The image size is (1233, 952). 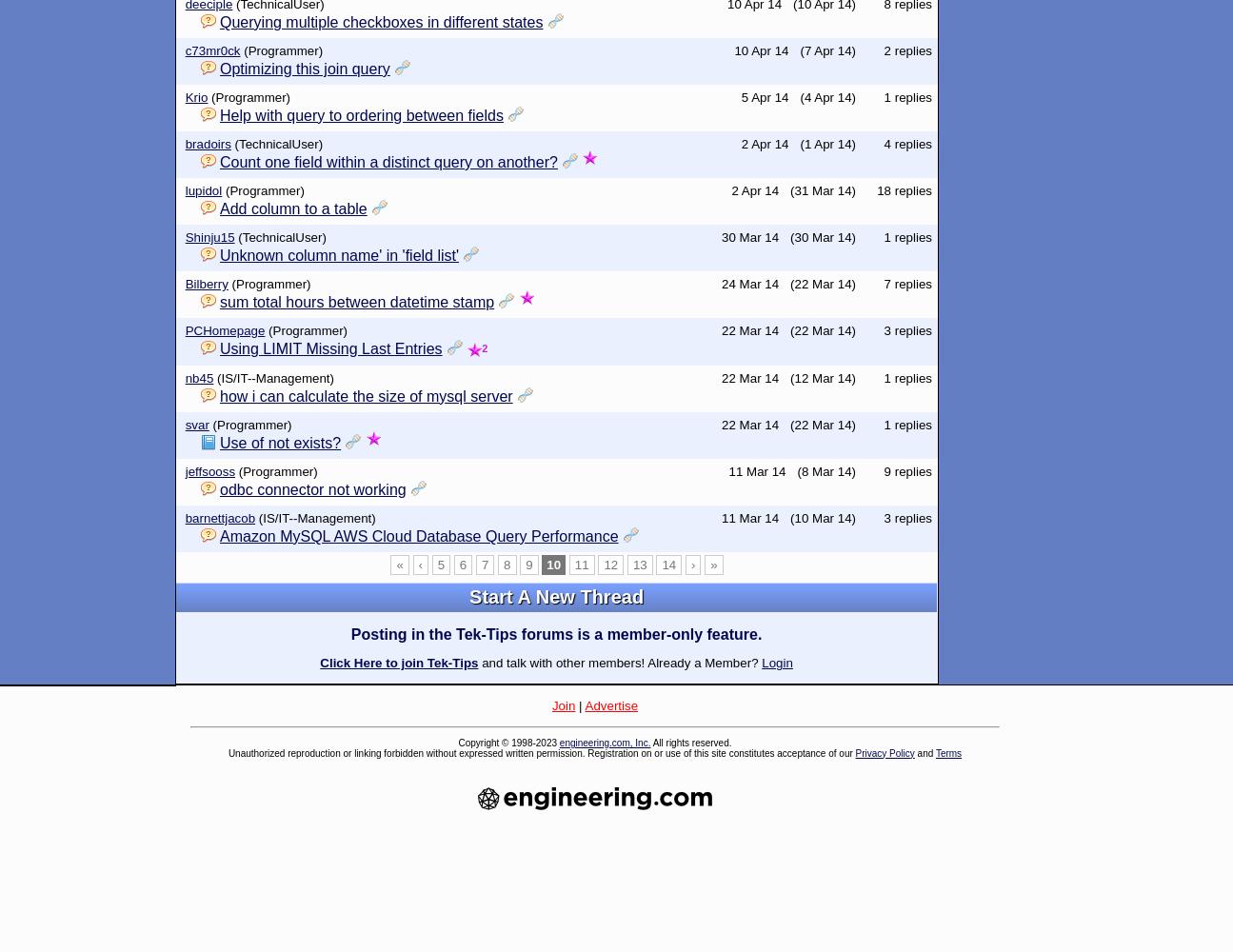 I want to click on 'Join', so click(x=562, y=704).